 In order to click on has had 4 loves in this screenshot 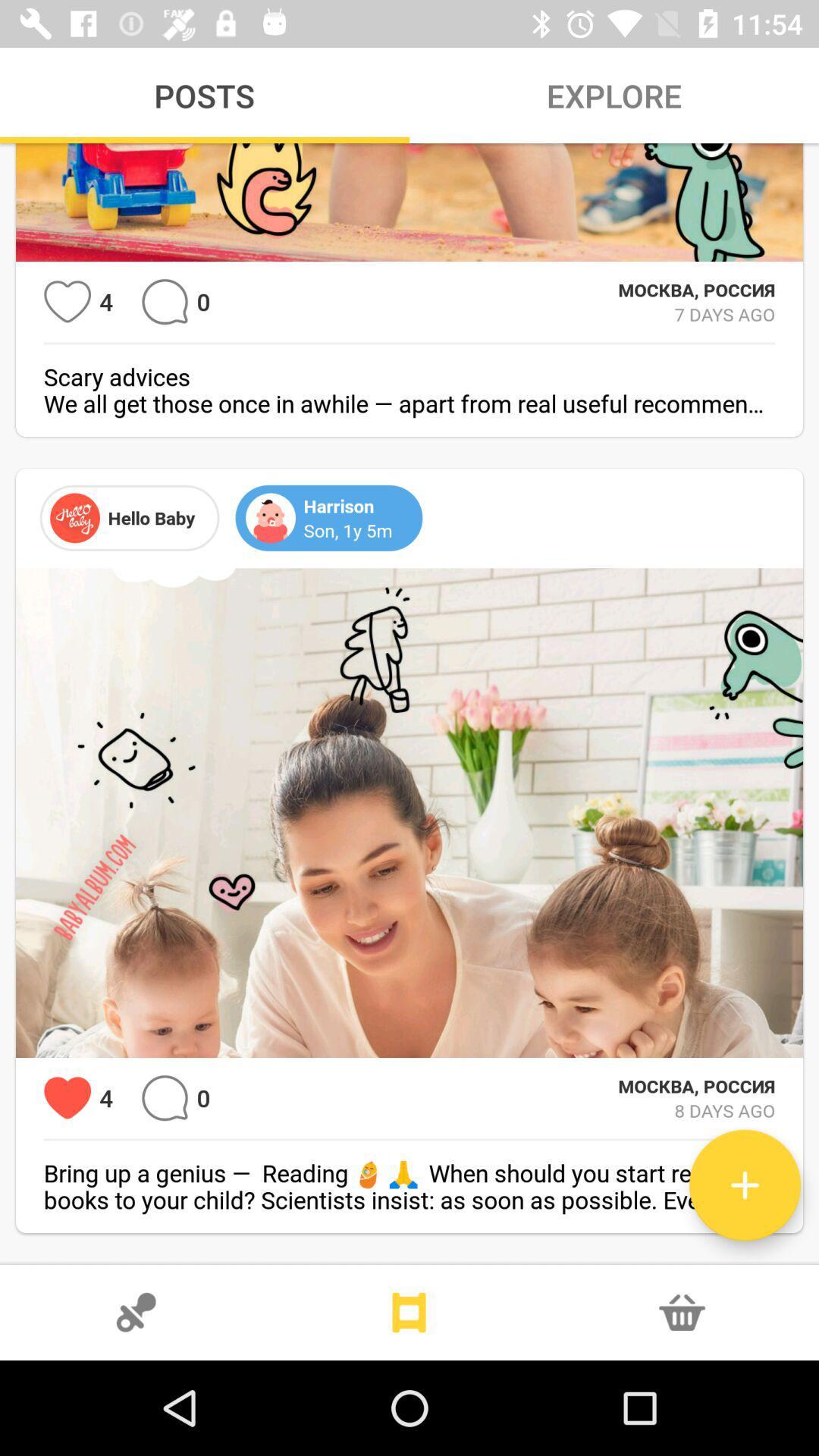, I will do `click(67, 1098)`.